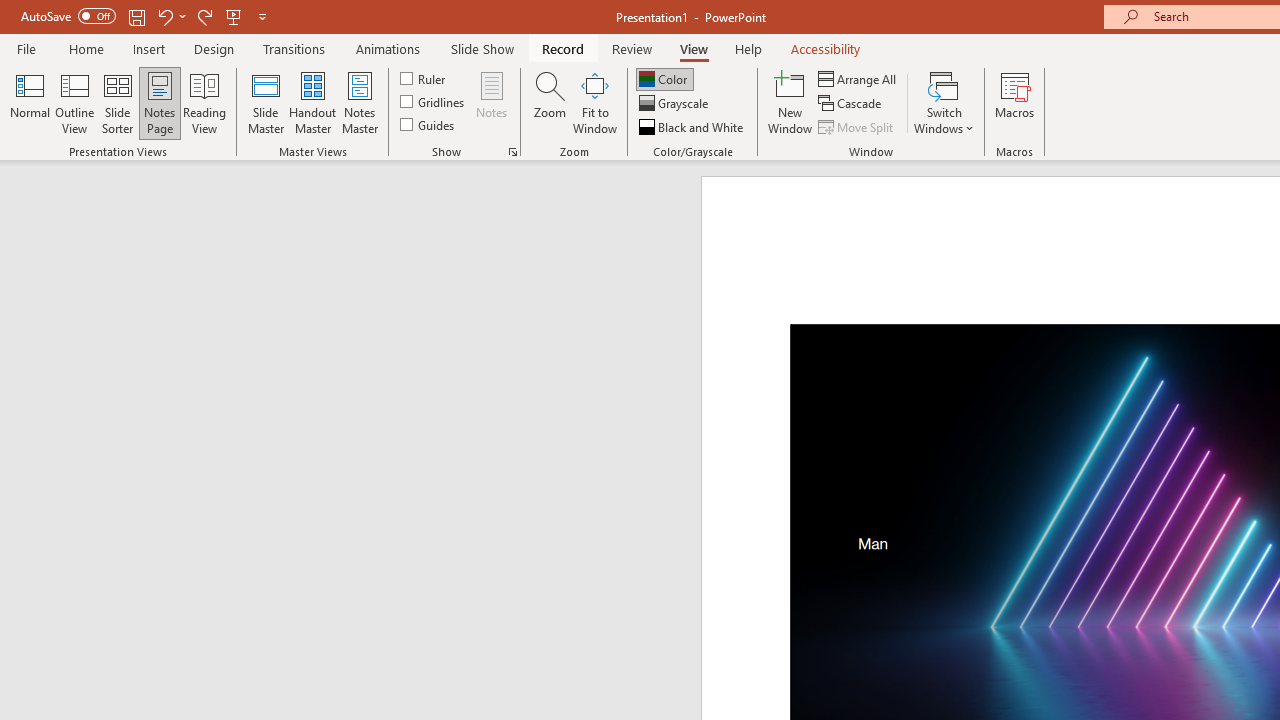 This screenshot has height=720, width=1280. I want to click on 'Switch Windows', so click(943, 103).